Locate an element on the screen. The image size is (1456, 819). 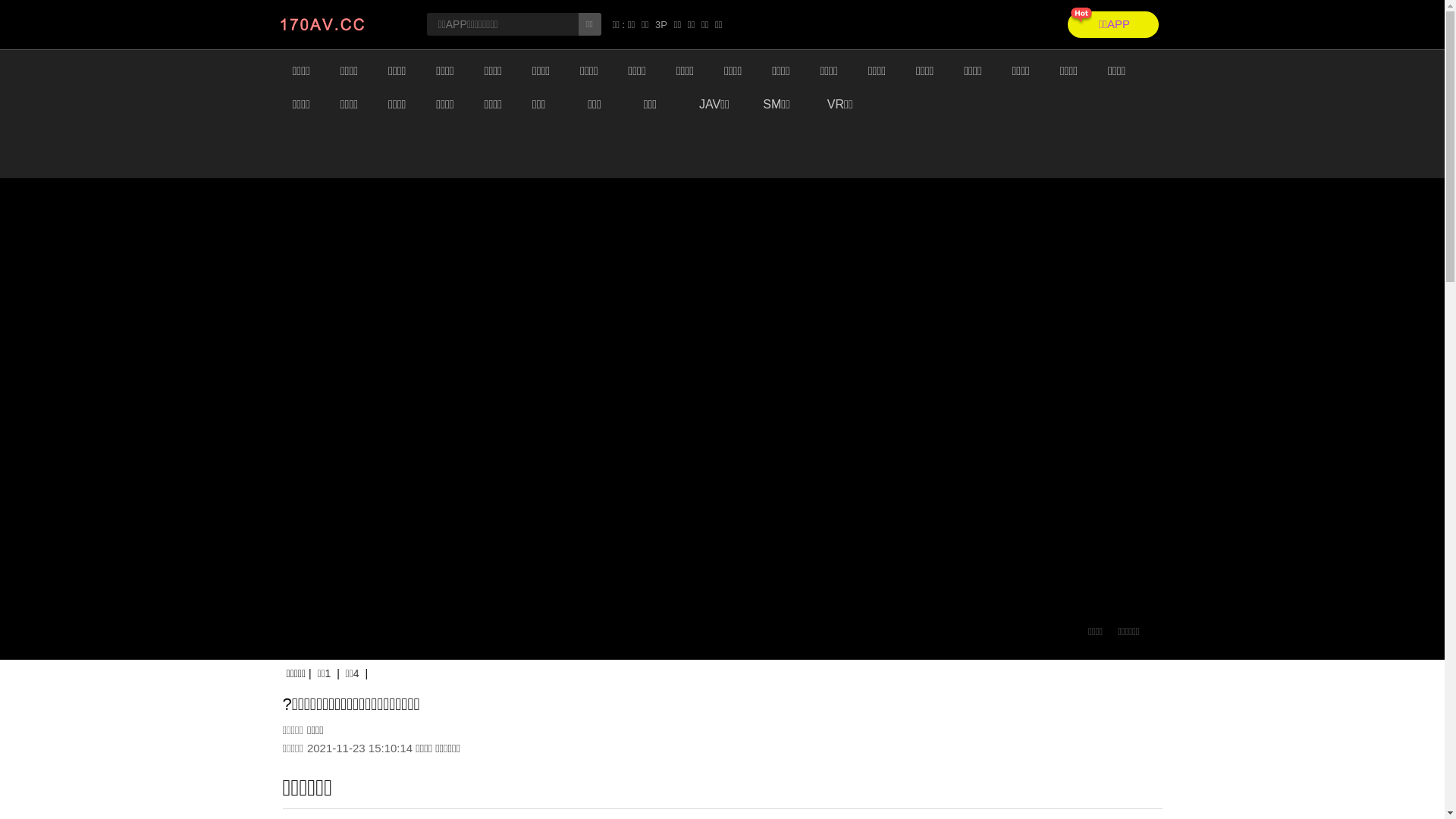
'3P' is located at coordinates (661, 24).